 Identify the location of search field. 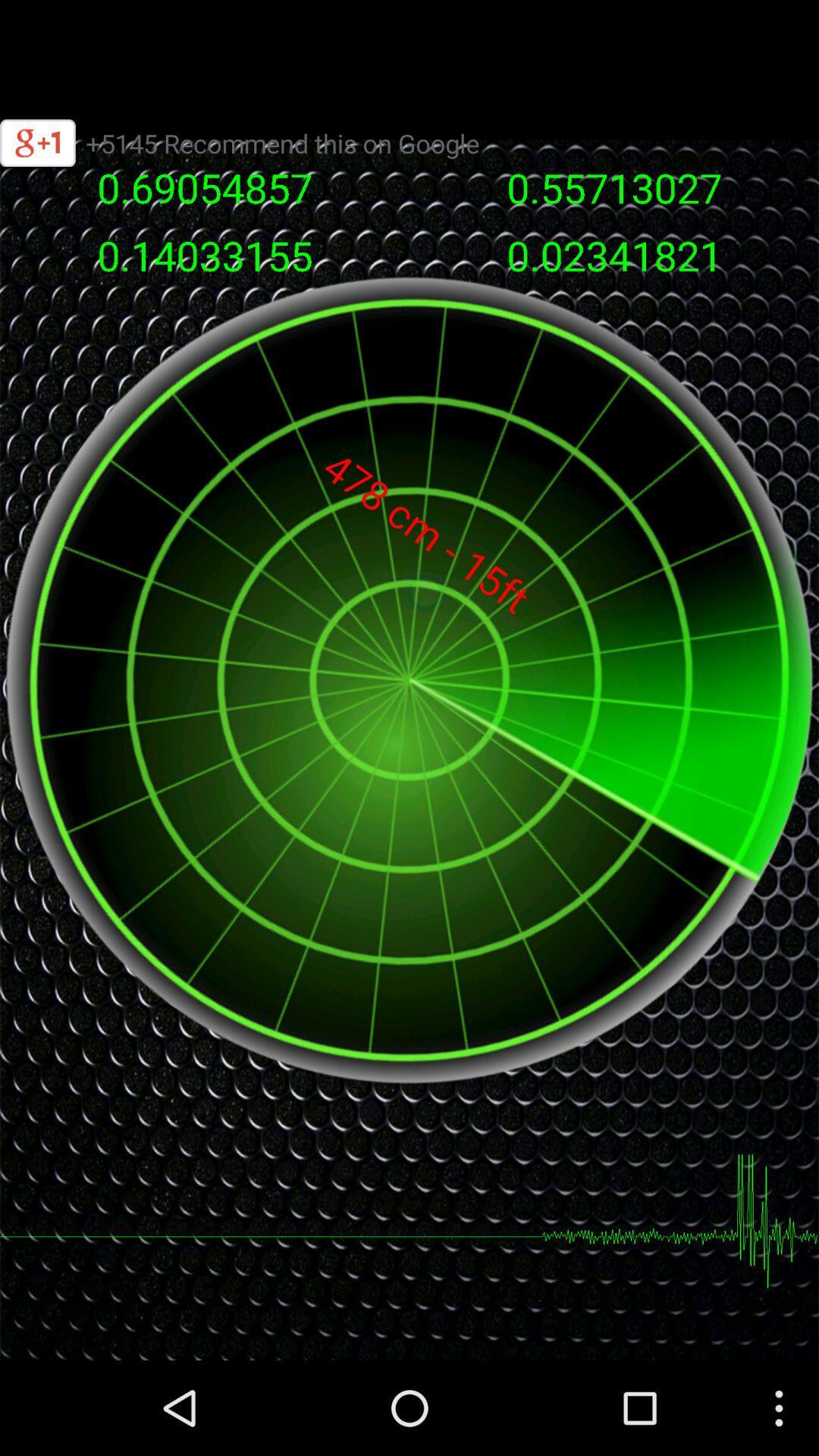
(409, 49).